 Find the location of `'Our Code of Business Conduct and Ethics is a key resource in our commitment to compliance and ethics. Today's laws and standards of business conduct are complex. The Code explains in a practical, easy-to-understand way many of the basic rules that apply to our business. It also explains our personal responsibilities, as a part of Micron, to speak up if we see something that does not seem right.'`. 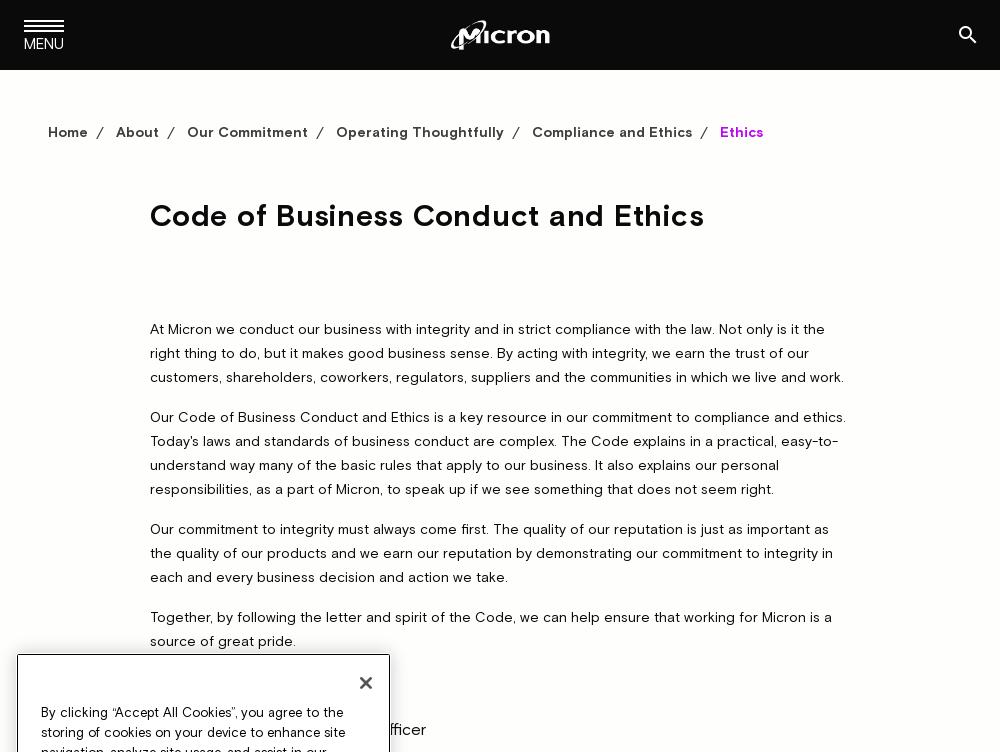

'Our Code of Business Conduct and Ethics is a key resource in our commitment to compliance and ethics. Today's laws and standards of business conduct are complex. The Code explains in a practical, easy-to-understand way many of the basic rules that apply to our business. It also explains our personal responsibilities, as a part of Micron, to speak up if we see something that does not seem right.' is located at coordinates (150, 451).